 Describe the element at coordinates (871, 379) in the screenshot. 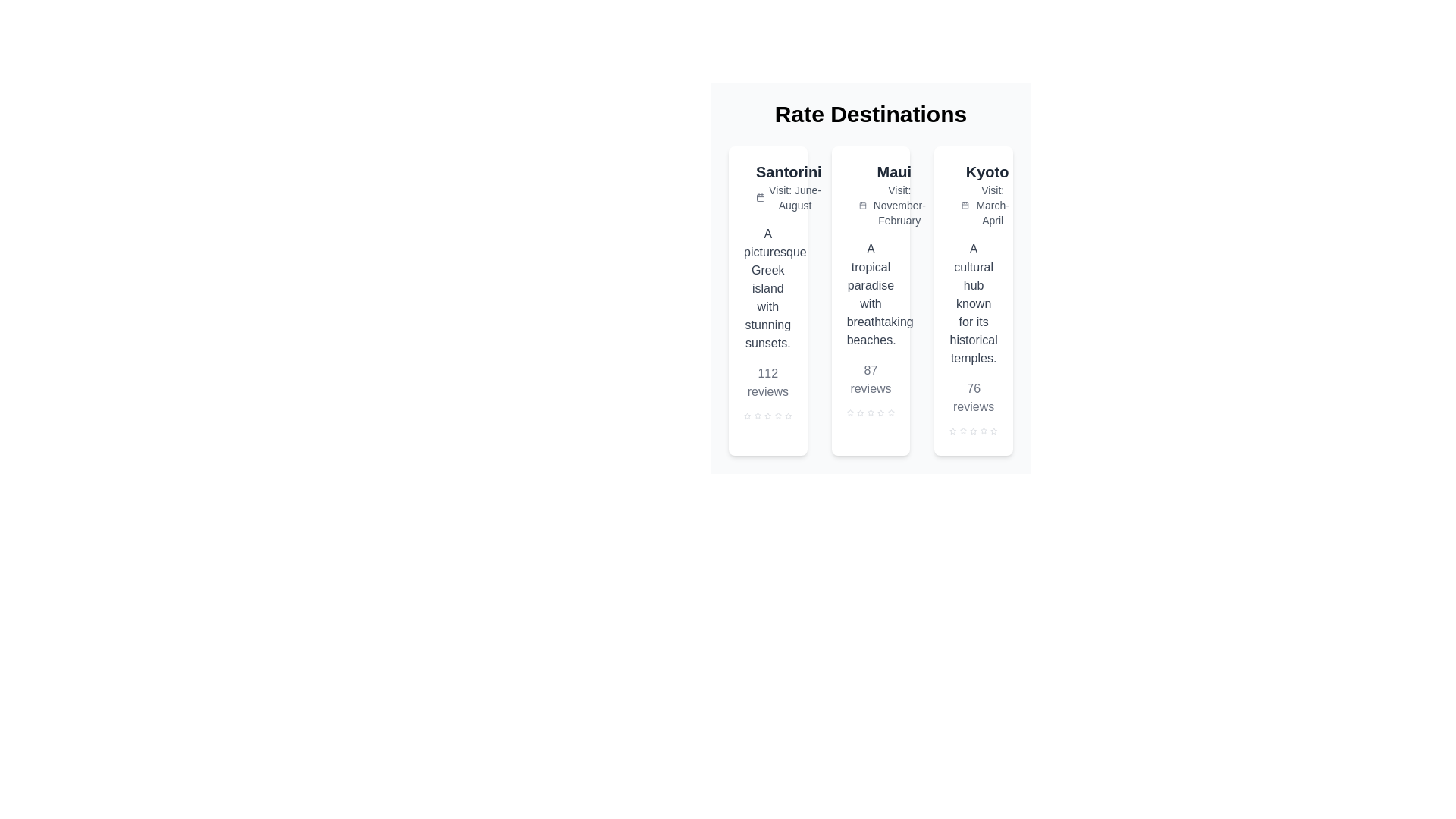

I see `the label displaying '87 reviews' which is located in the second card of the 'Rate Destinations' section, specifically under the description 'A tropical paradise with breathtaking beaches.' in the 'Maui' card` at that location.